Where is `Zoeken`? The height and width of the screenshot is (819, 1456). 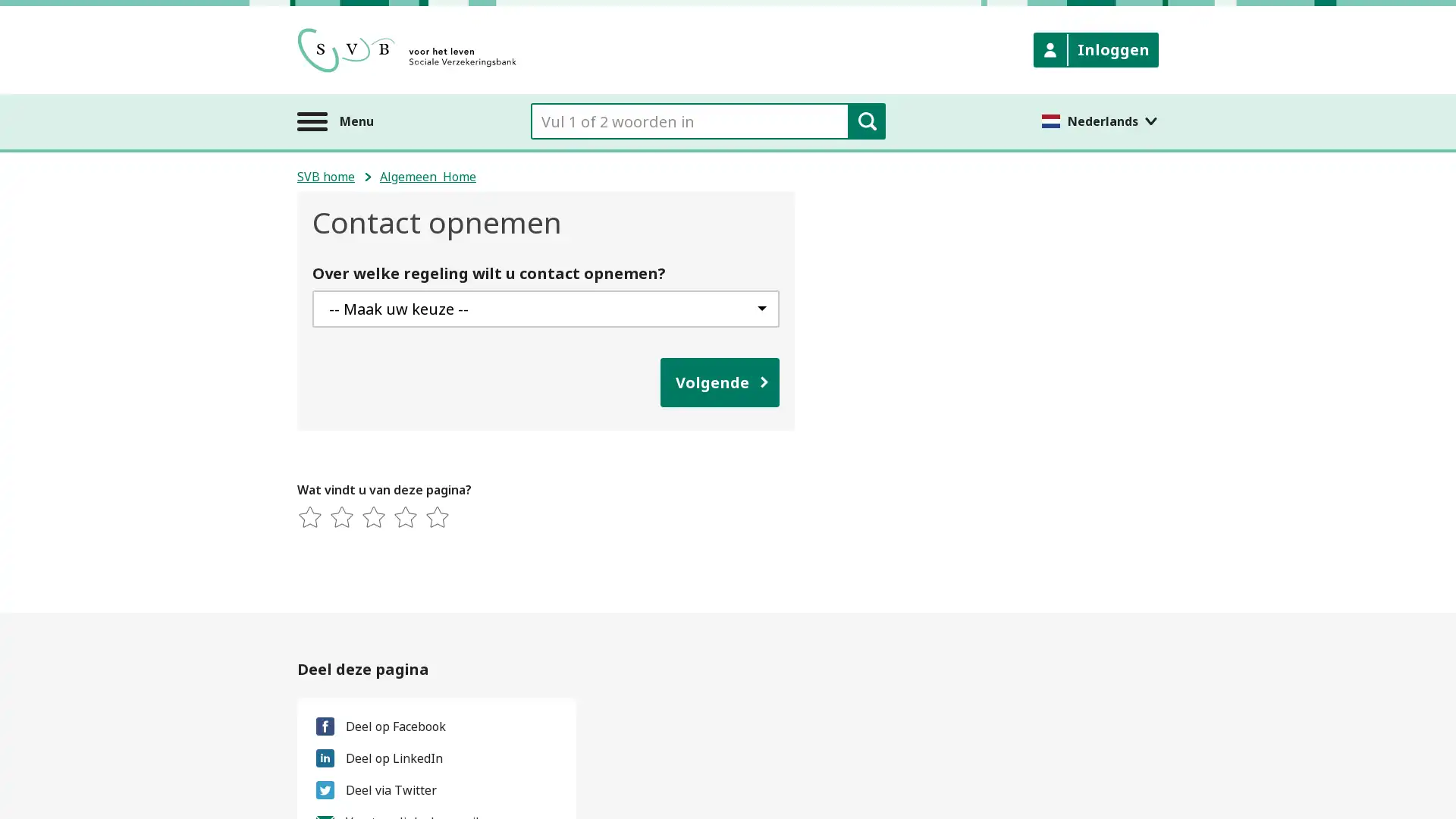
Zoeken is located at coordinates (866, 120).